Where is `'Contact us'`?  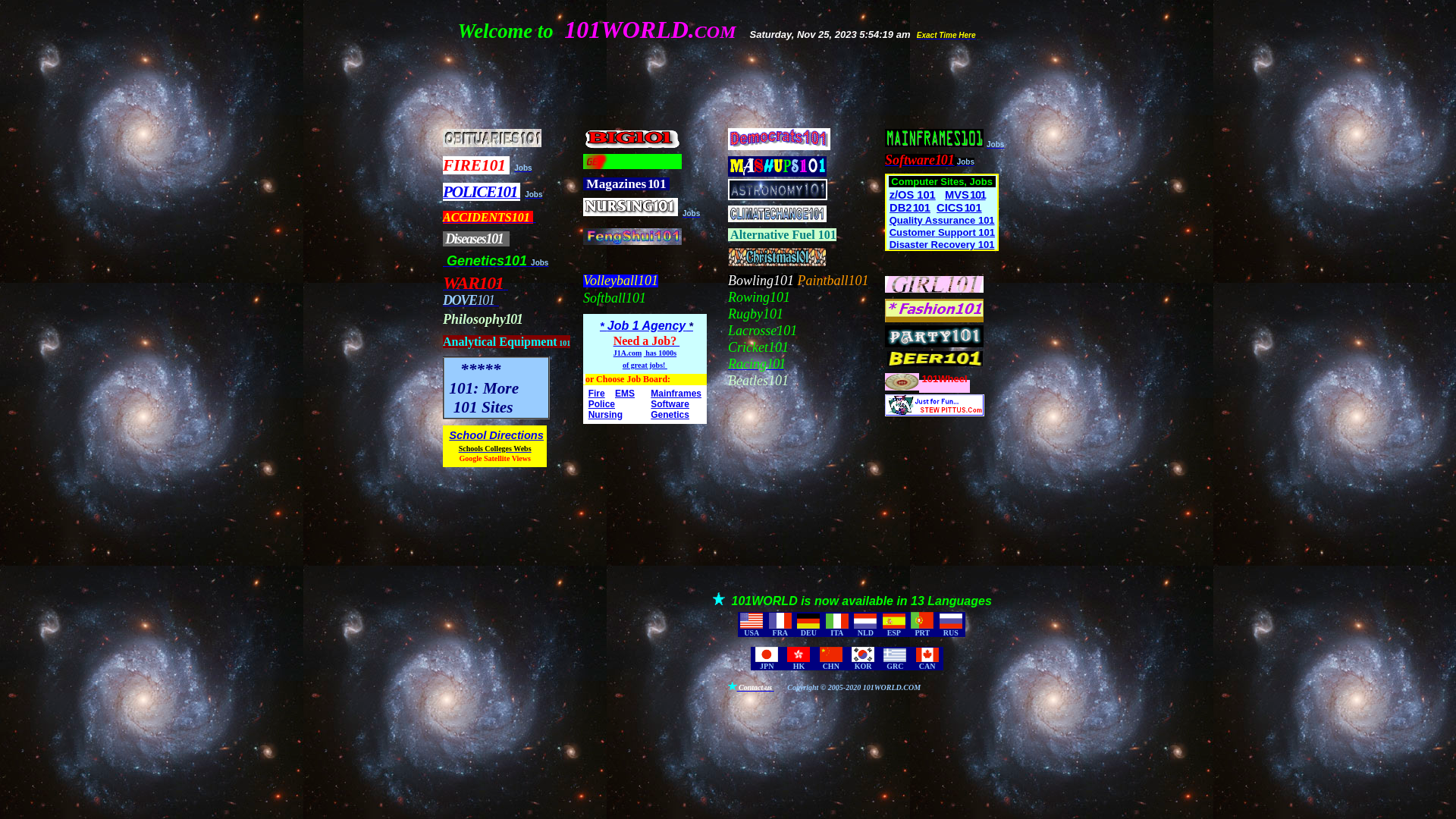 'Contact us' is located at coordinates (755, 686).